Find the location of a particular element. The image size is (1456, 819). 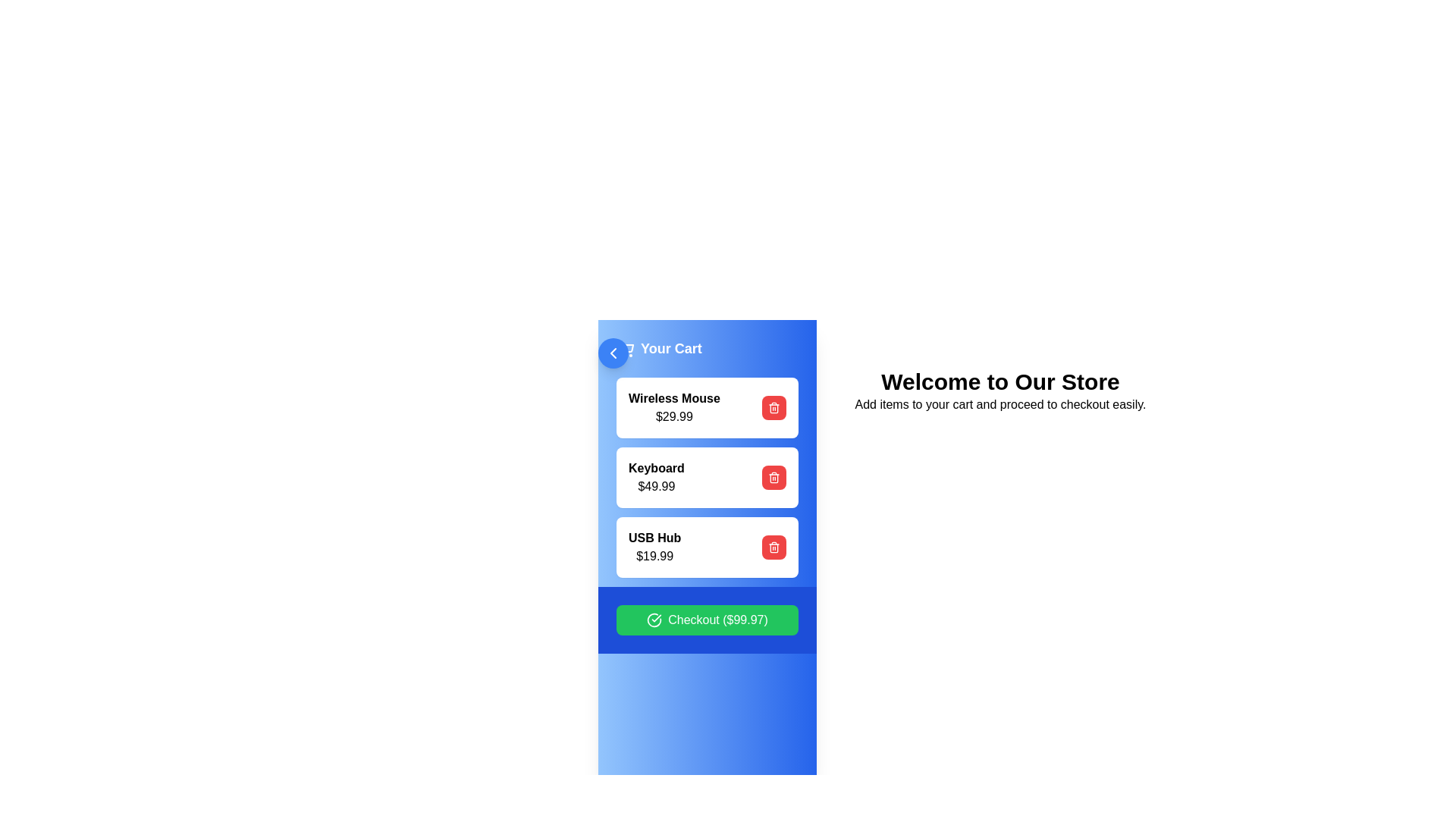

the Item card labeled 'Keyboard' which is the second card in the vertical list within the blue sidebar is located at coordinates (706, 476).